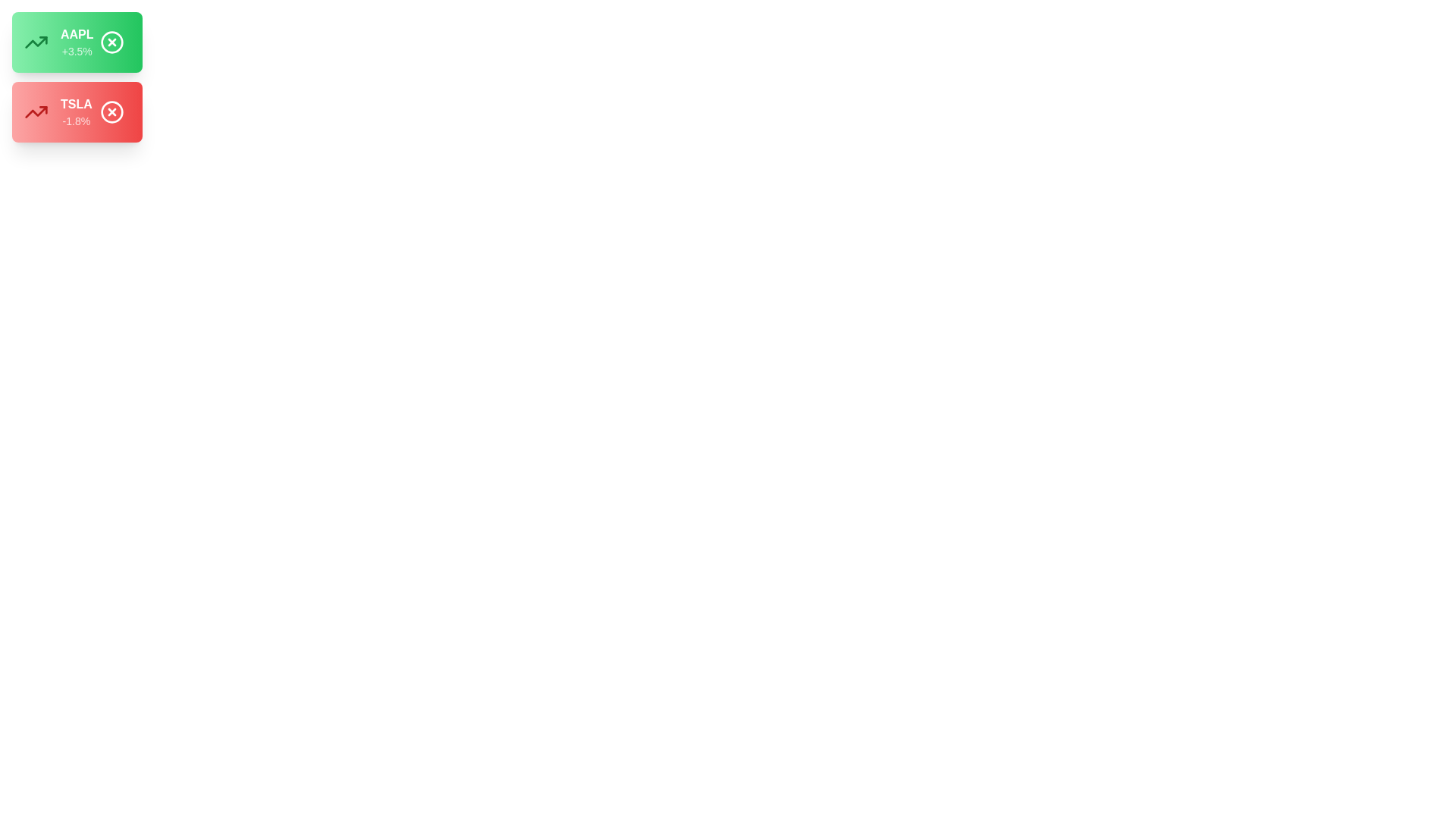  I want to click on the decorative icon trending_up, so click(36, 42).